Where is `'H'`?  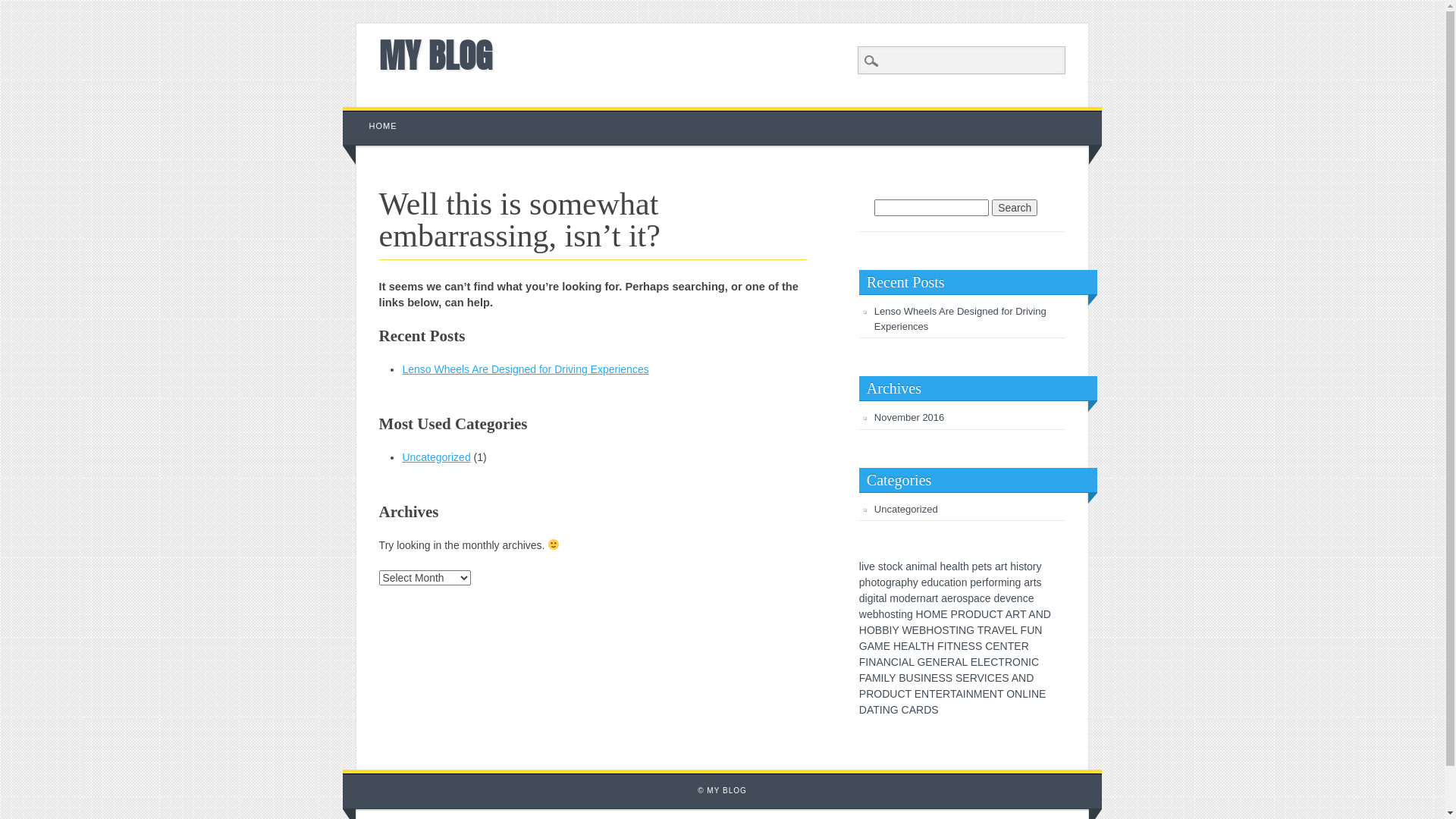 'H' is located at coordinates (928, 629).